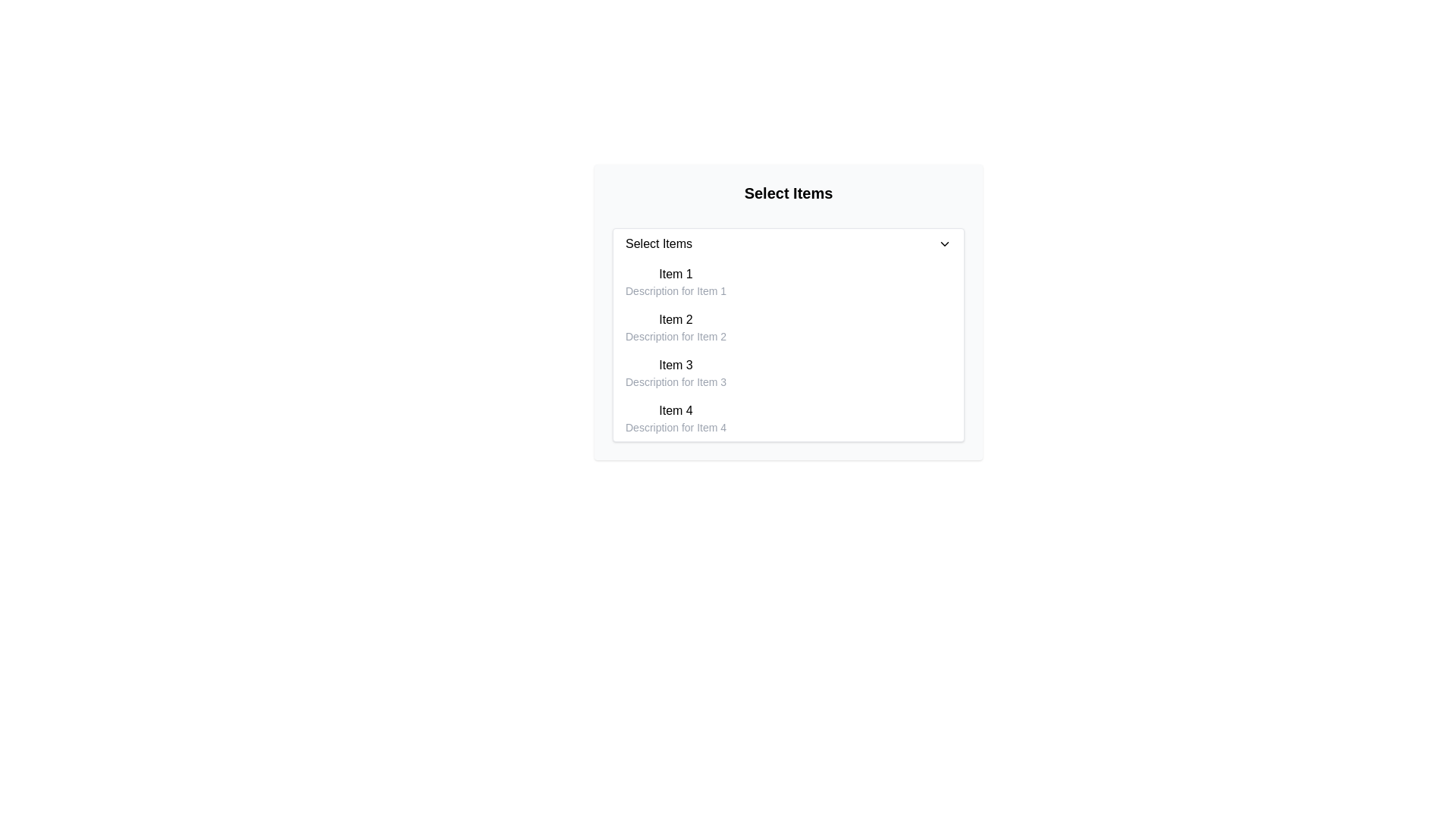  What do you see at coordinates (789, 418) in the screenshot?
I see `the list item labeled 'Item 4'` at bounding box center [789, 418].